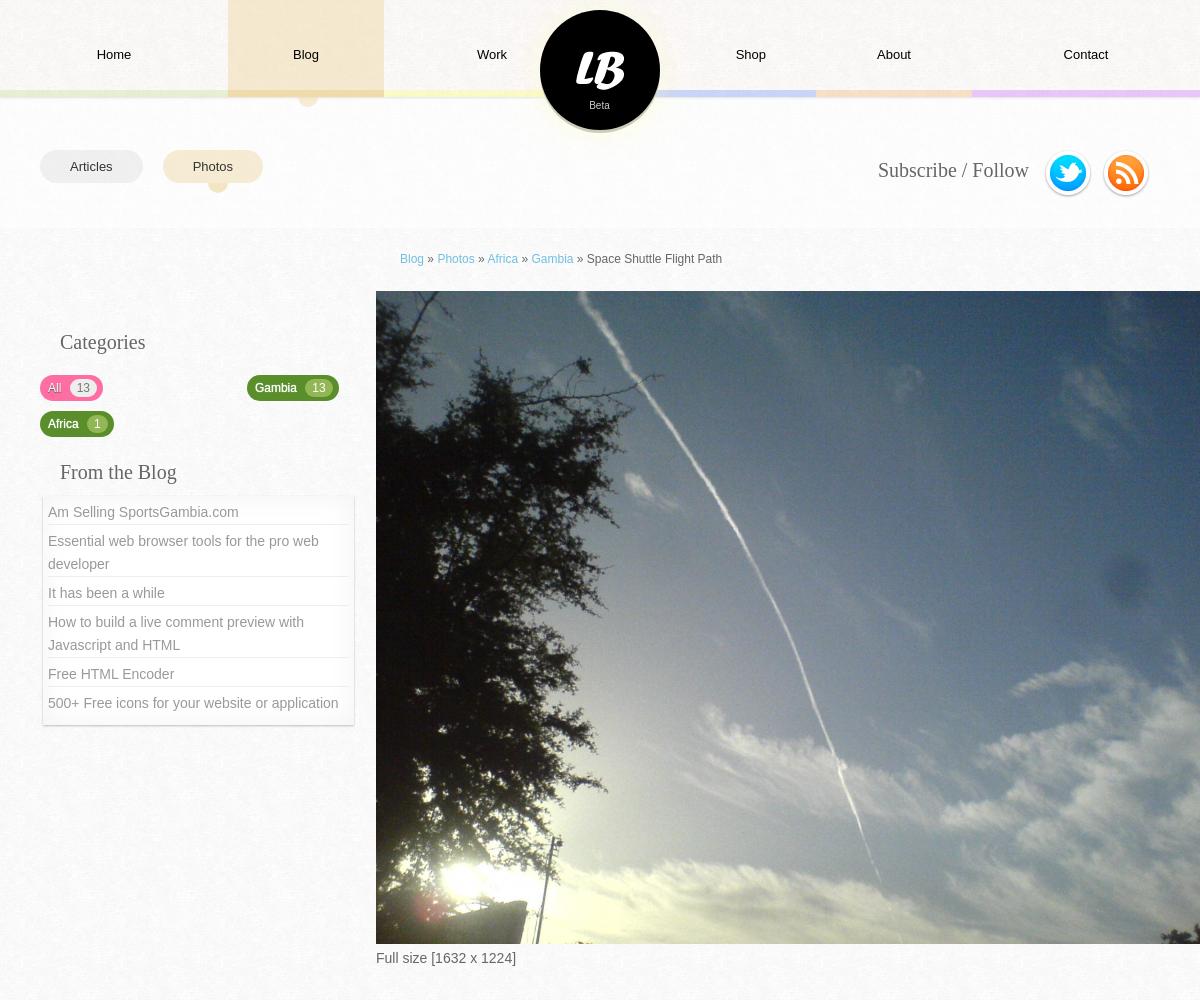  What do you see at coordinates (175, 633) in the screenshot?
I see `'How to build a live comment preview with Javascript and HTML'` at bounding box center [175, 633].